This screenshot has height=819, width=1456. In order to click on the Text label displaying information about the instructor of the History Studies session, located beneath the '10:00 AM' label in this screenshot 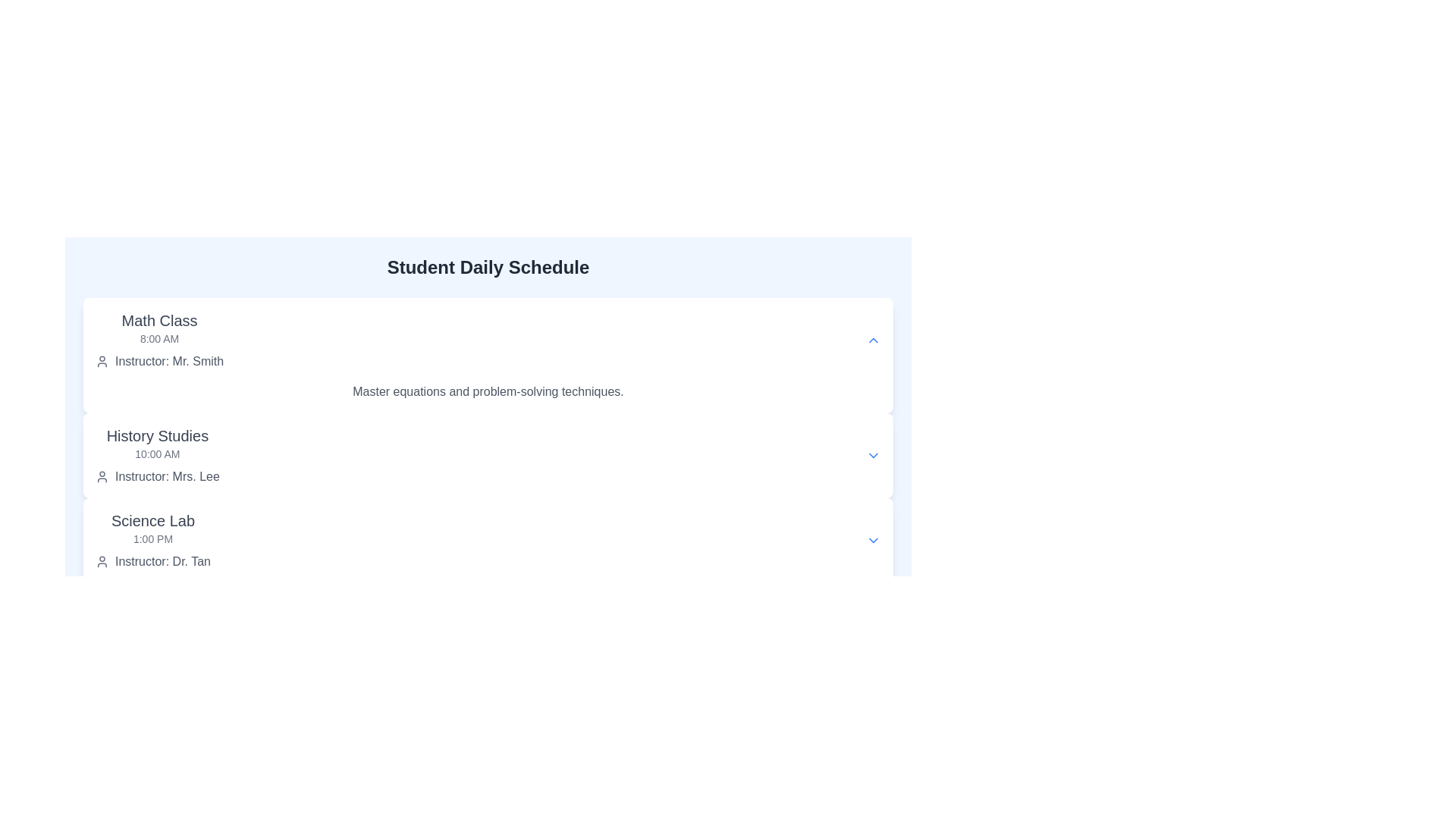, I will do `click(157, 475)`.